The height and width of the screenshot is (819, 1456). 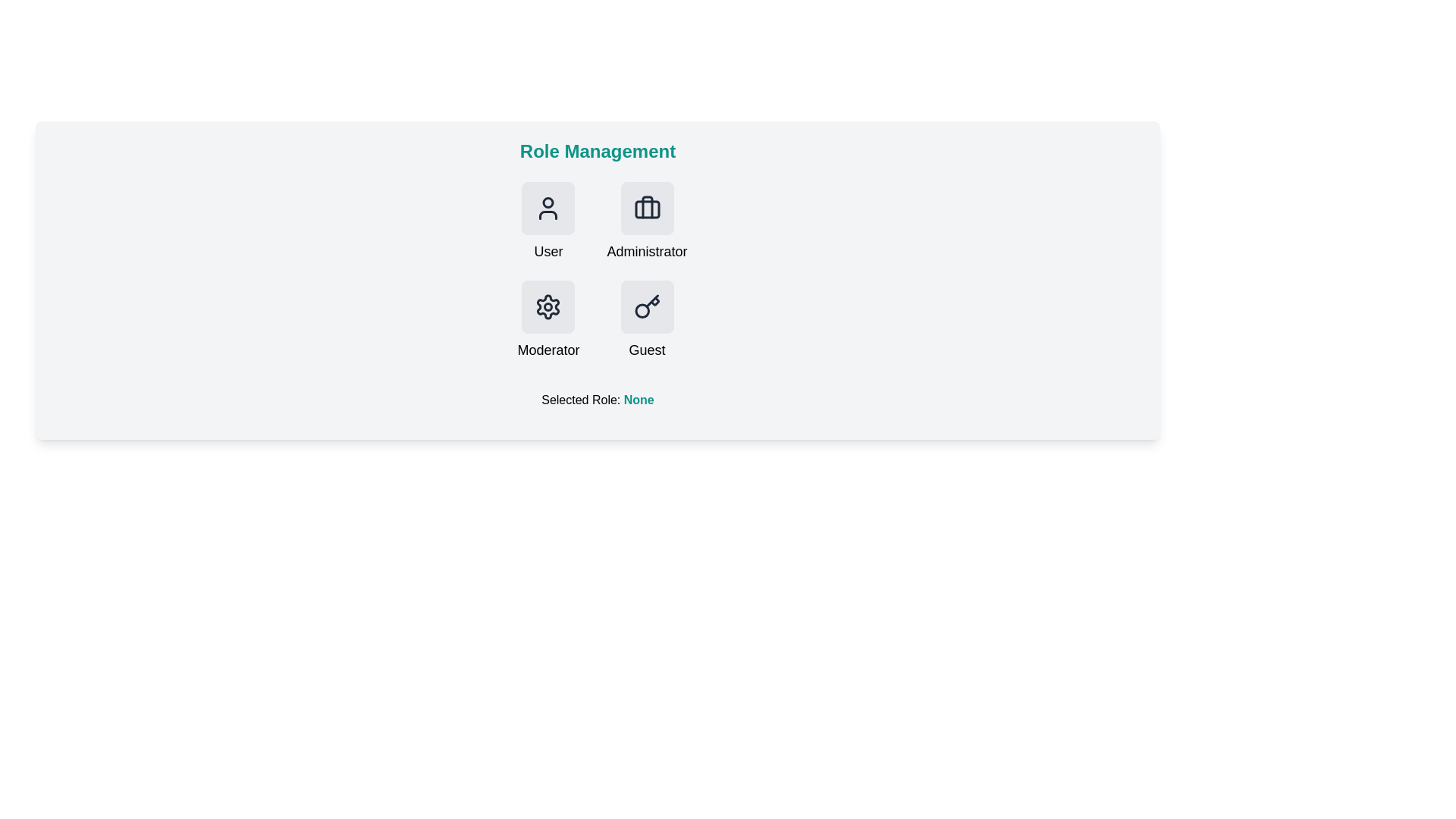 What do you see at coordinates (548, 208) in the screenshot?
I see `the top-left icon representing the 'User' role in the Role Management section` at bounding box center [548, 208].